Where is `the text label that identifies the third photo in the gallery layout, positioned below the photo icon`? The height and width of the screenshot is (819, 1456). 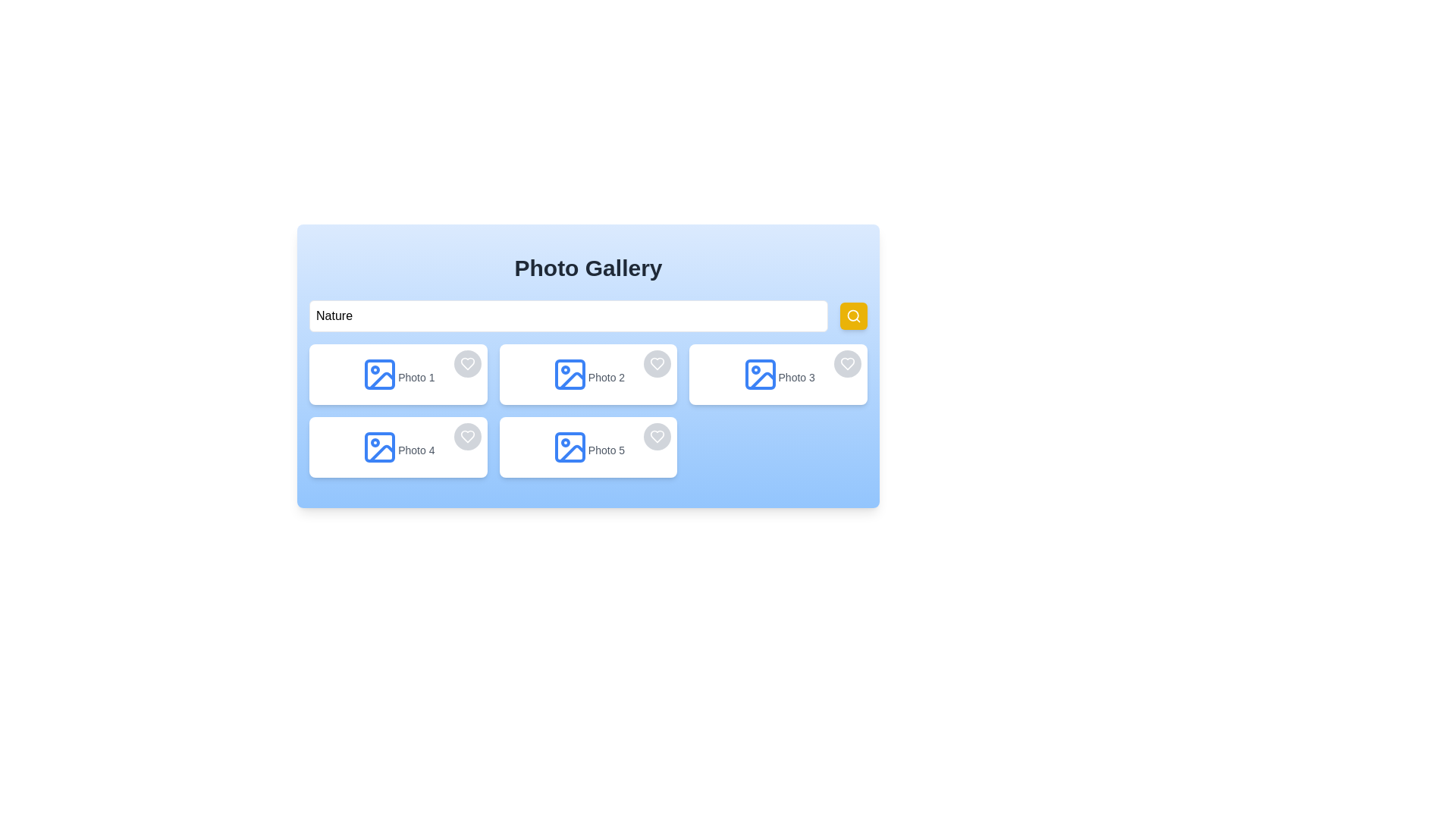
the text label that identifies the third photo in the gallery layout, positioned below the photo icon is located at coordinates (795, 376).